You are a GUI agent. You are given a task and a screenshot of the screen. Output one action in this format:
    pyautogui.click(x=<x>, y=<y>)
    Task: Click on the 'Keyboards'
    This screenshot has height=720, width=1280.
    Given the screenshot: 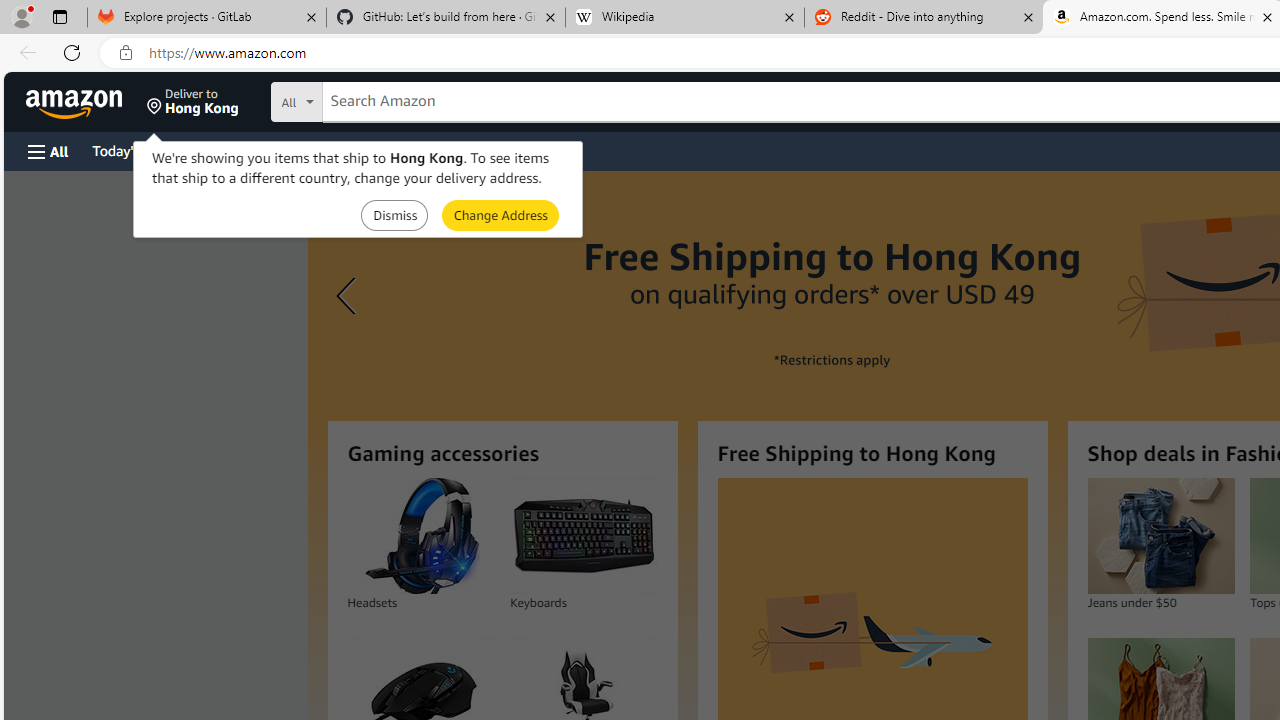 What is the action you would take?
    pyautogui.click(x=582, y=535)
    